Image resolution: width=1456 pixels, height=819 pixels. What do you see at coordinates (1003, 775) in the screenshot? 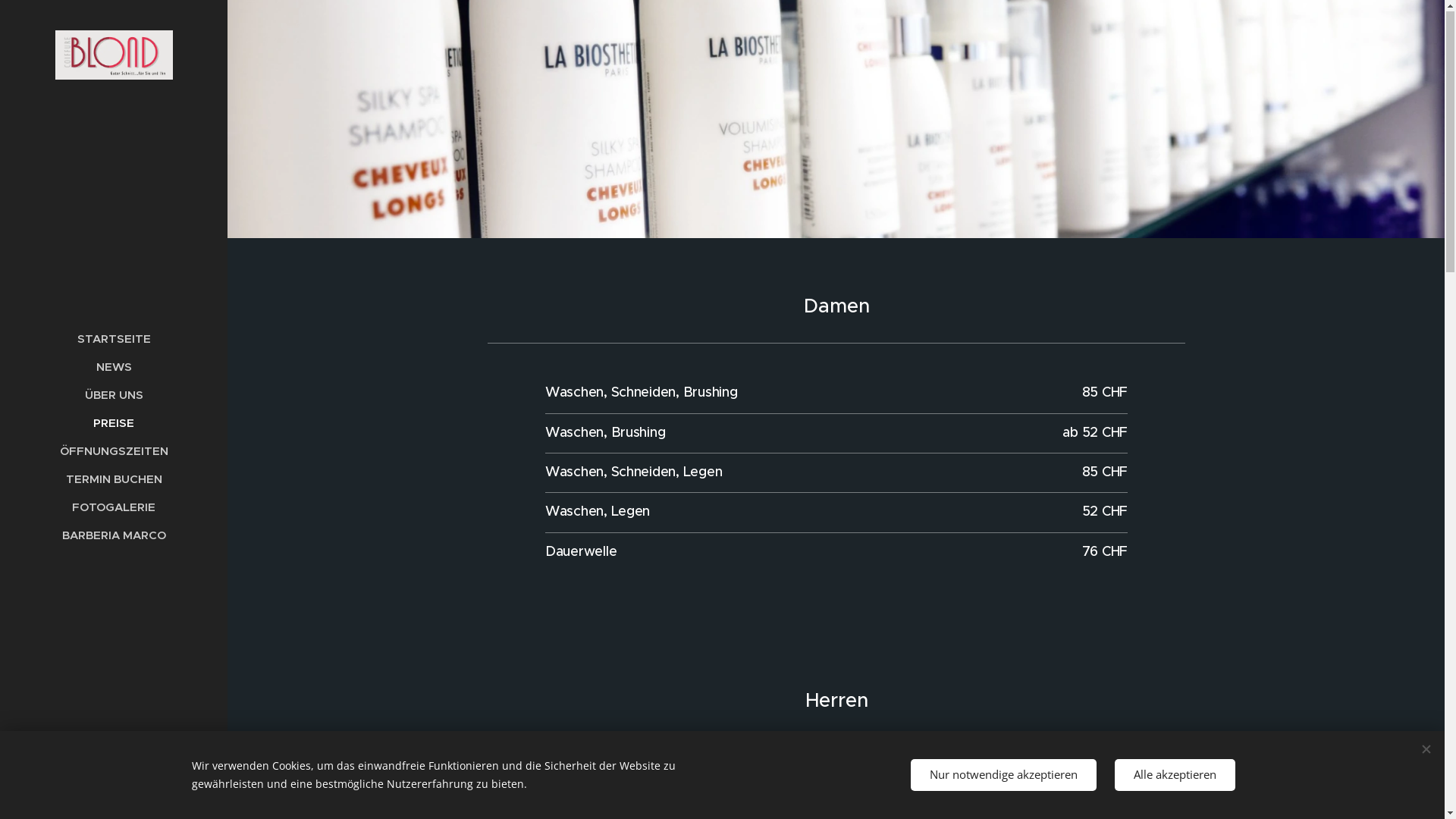
I see `'Nur notwendige akzeptieren'` at bounding box center [1003, 775].